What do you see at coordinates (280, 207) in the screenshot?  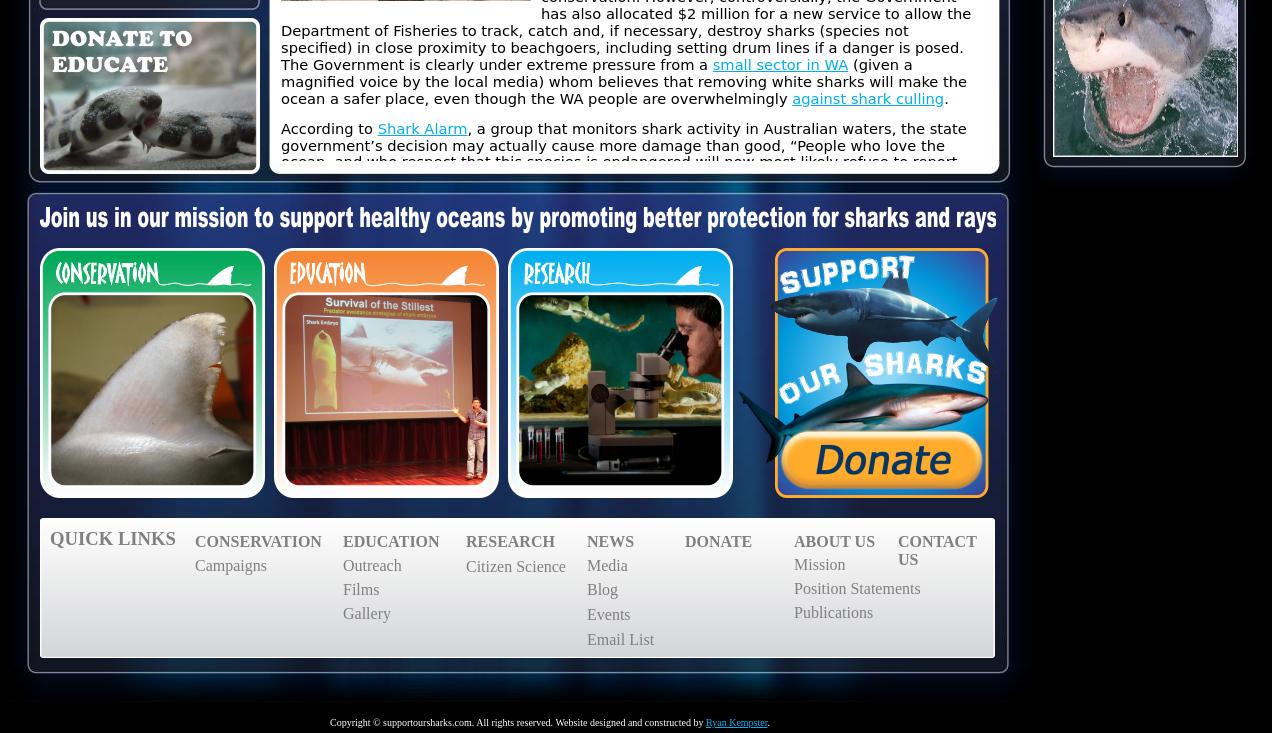 I see `'In fact, during the latter half of the 20th century, shark culling 
			was carried out in'` at bounding box center [280, 207].